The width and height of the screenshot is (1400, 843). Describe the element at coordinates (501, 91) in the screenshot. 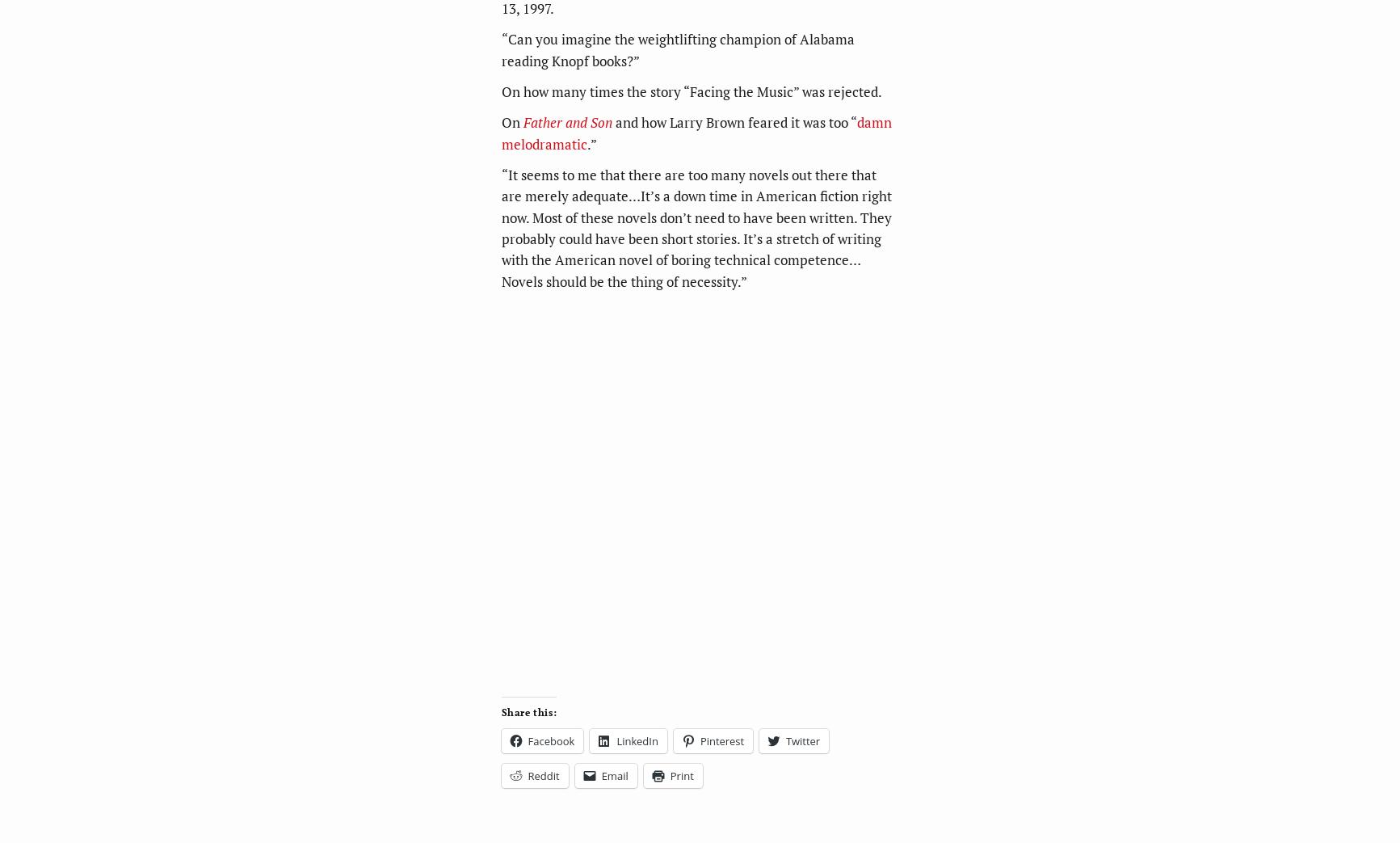

I see `'On how many times the story “Facing the Music” was rejected.'` at that location.